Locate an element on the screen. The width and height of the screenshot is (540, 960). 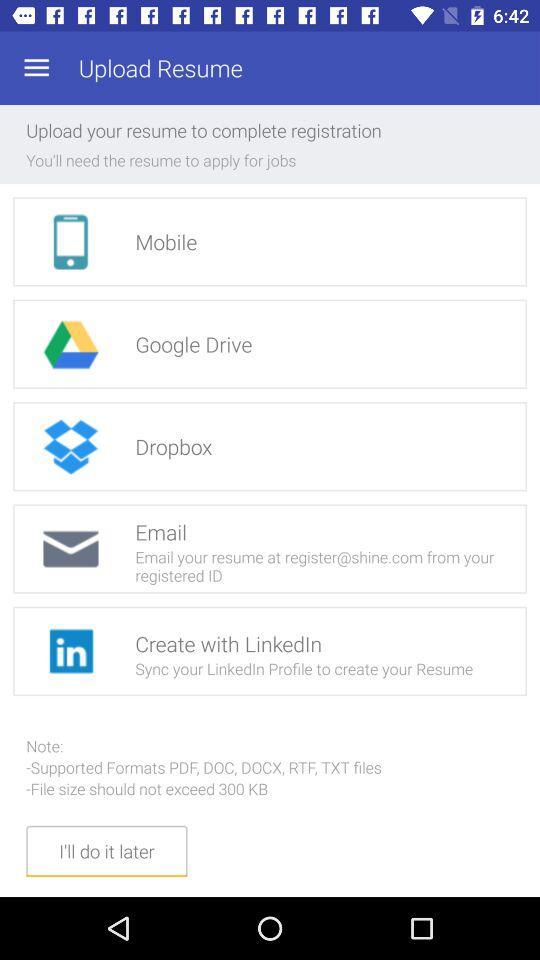
the icon below email icon is located at coordinates (69, 650).